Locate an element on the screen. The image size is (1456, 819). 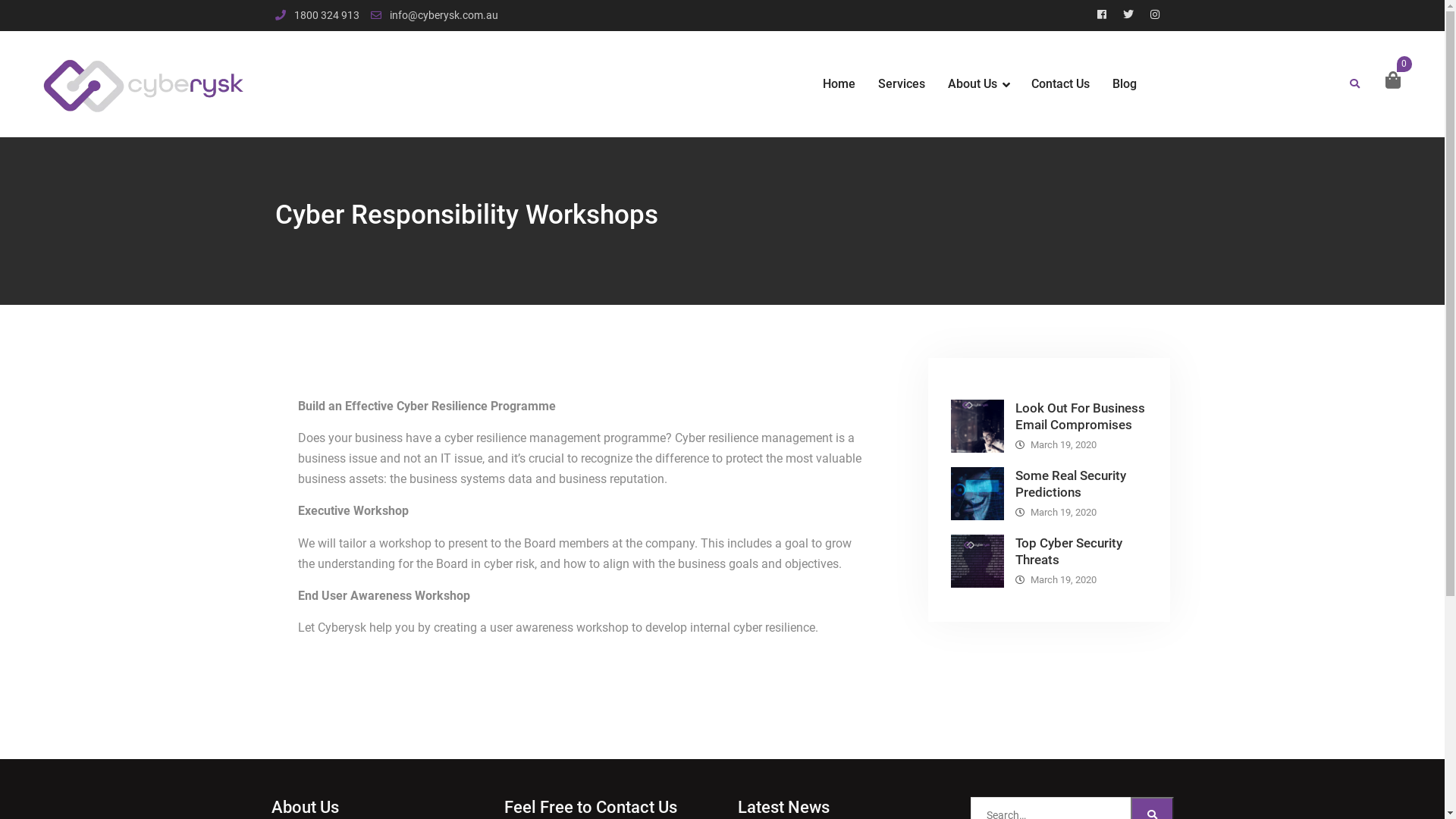
'Contact Us' is located at coordinates (1059, 84).